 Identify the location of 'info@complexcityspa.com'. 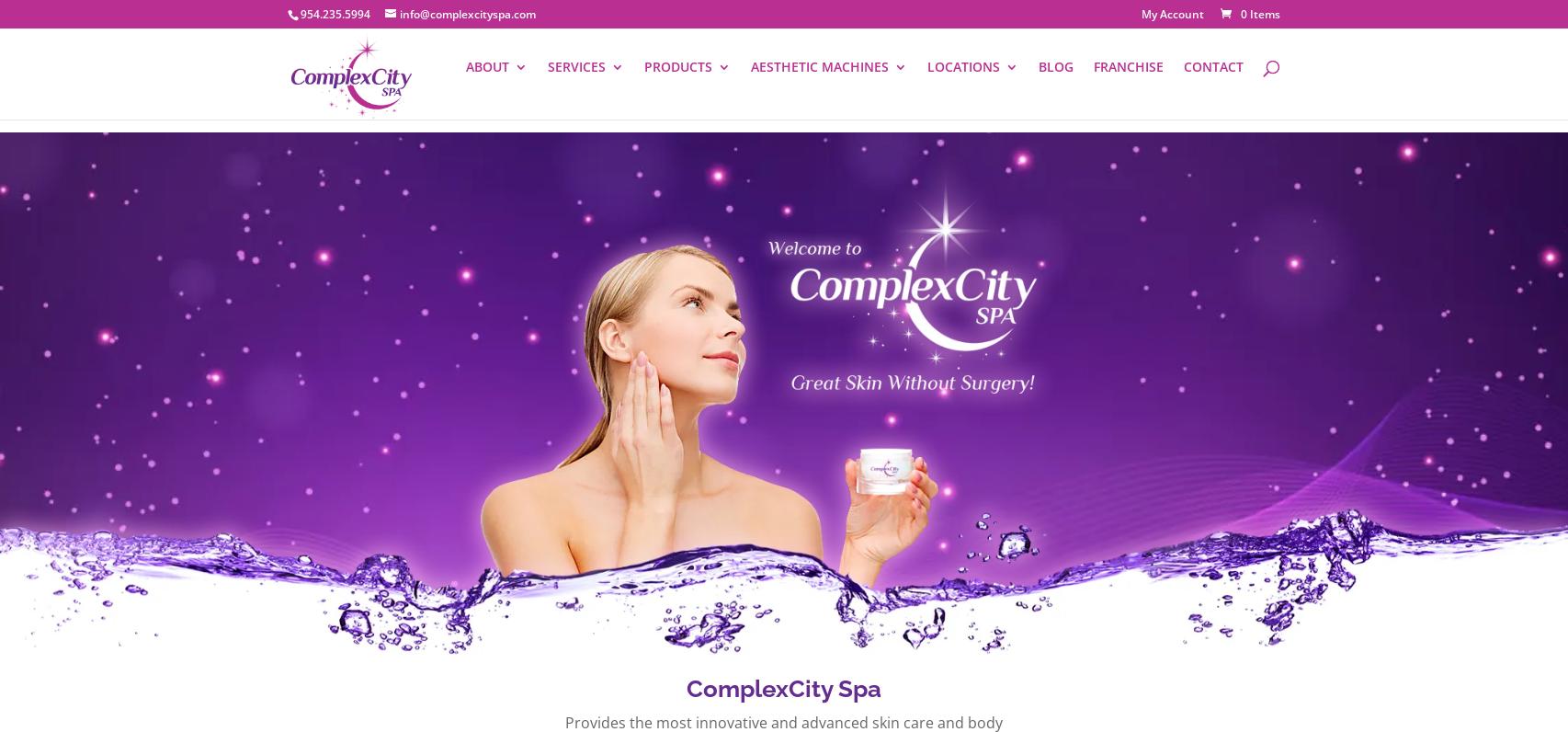
(467, 13).